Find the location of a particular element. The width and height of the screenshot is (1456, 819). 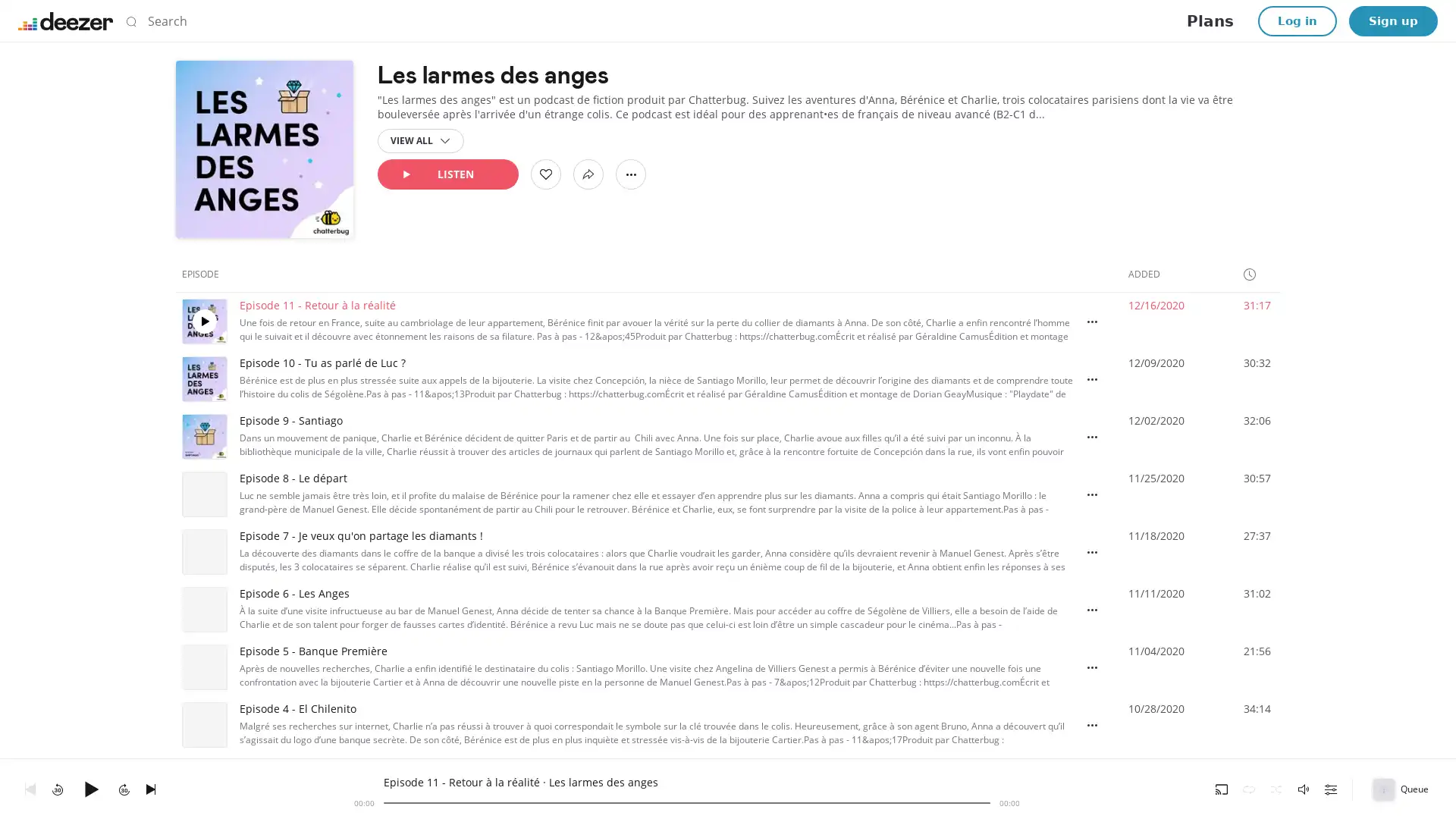

Back is located at coordinates (30, 788).